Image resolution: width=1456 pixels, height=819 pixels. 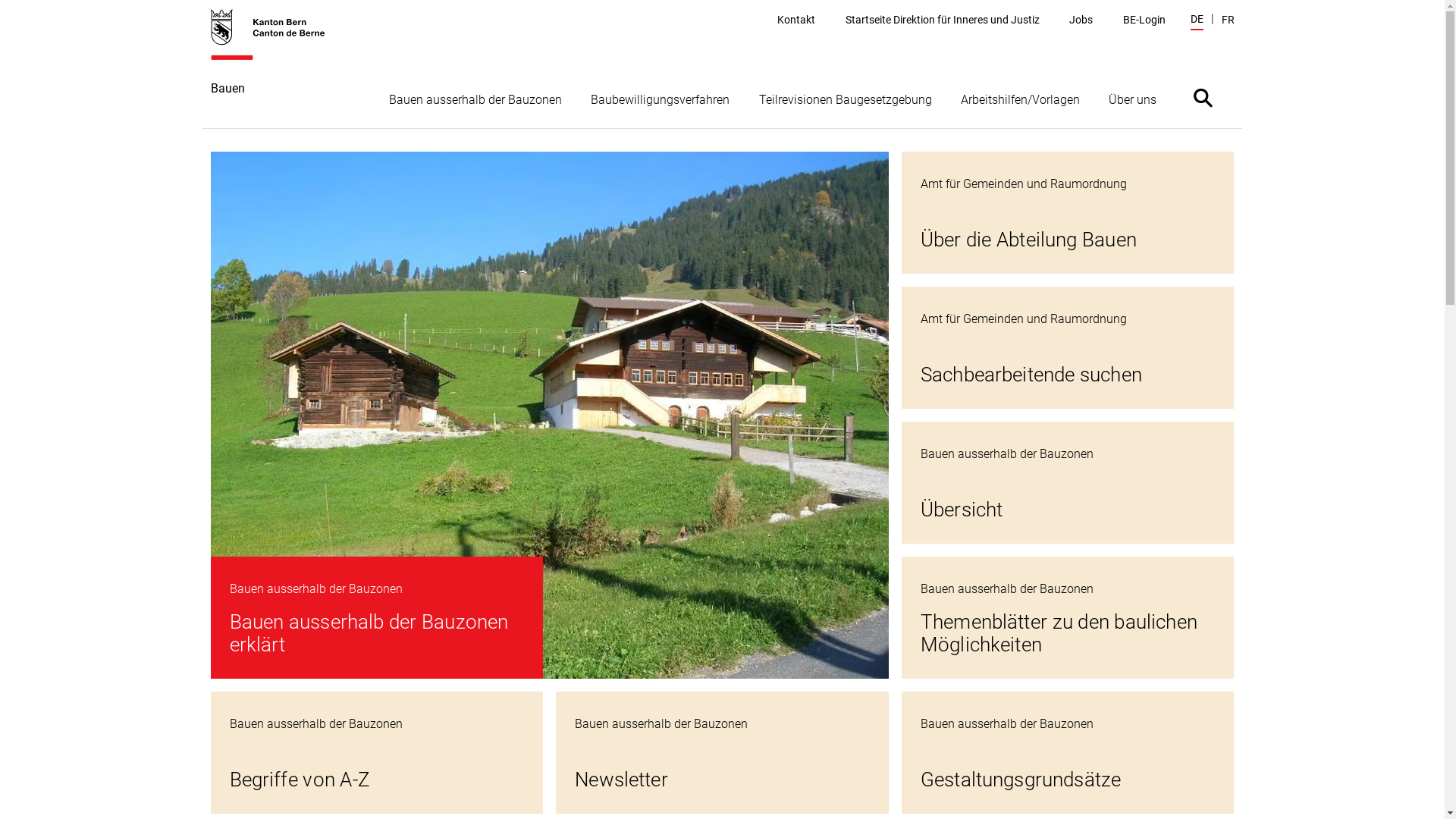 I want to click on 'Suche ein- oder ausblenden', so click(x=1201, y=97).